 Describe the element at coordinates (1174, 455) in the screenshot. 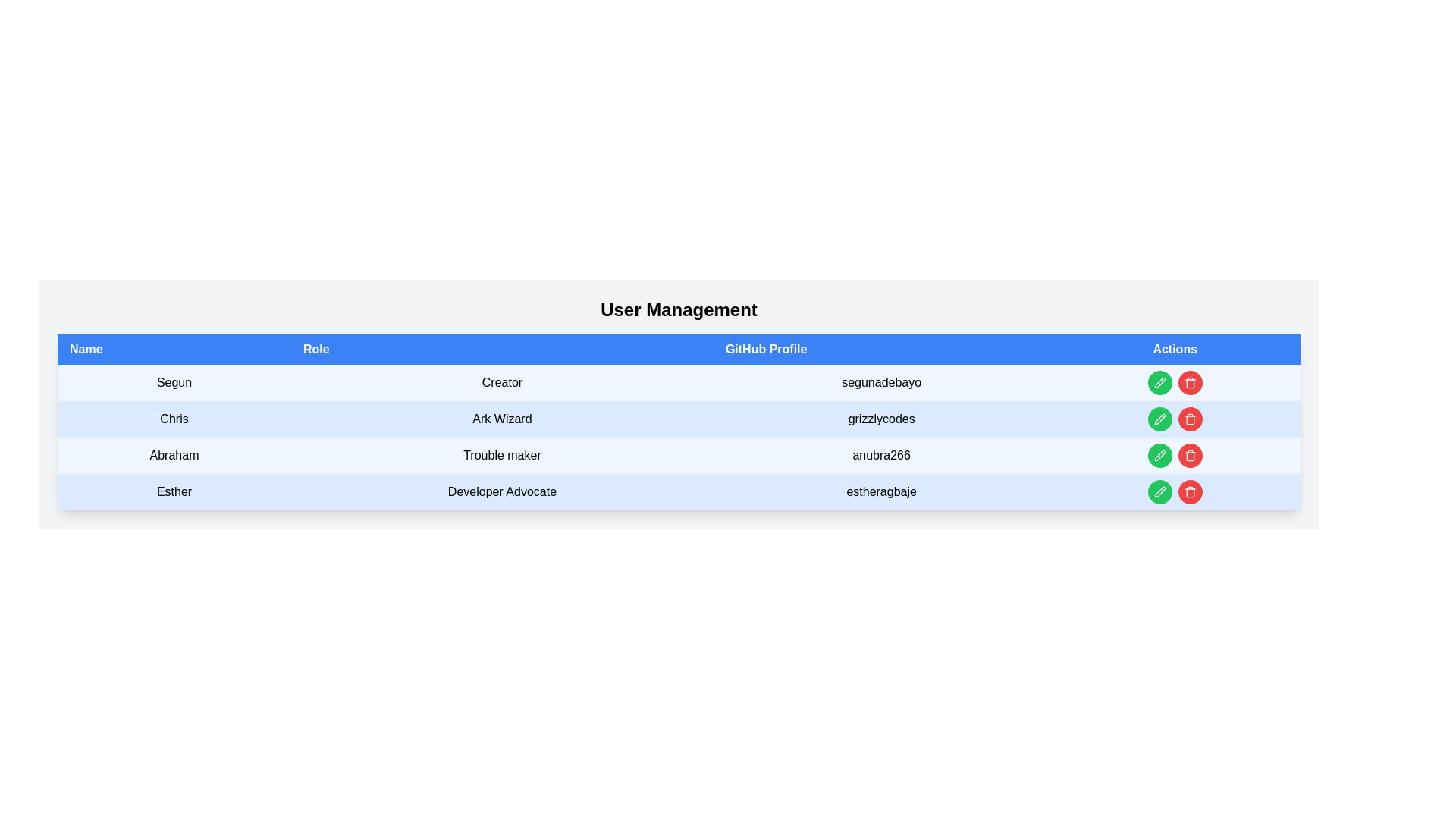

I see `the green button with a pencil icon in the Actions column for user 'Abraham'` at that location.